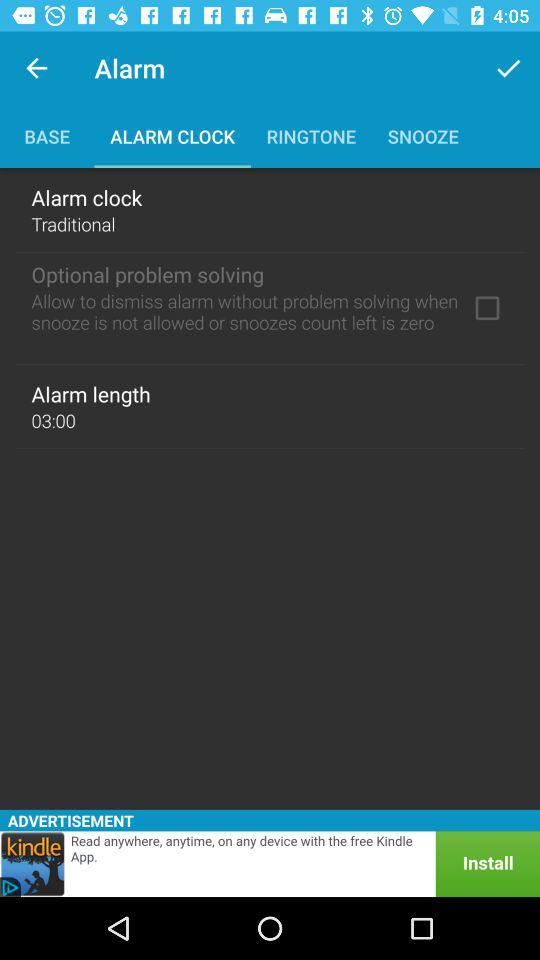 The width and height of the screenshot is (540, 960). Describe the element at coordinates (36, 68) in the screenshot. I see `the icon above the base` at that location.